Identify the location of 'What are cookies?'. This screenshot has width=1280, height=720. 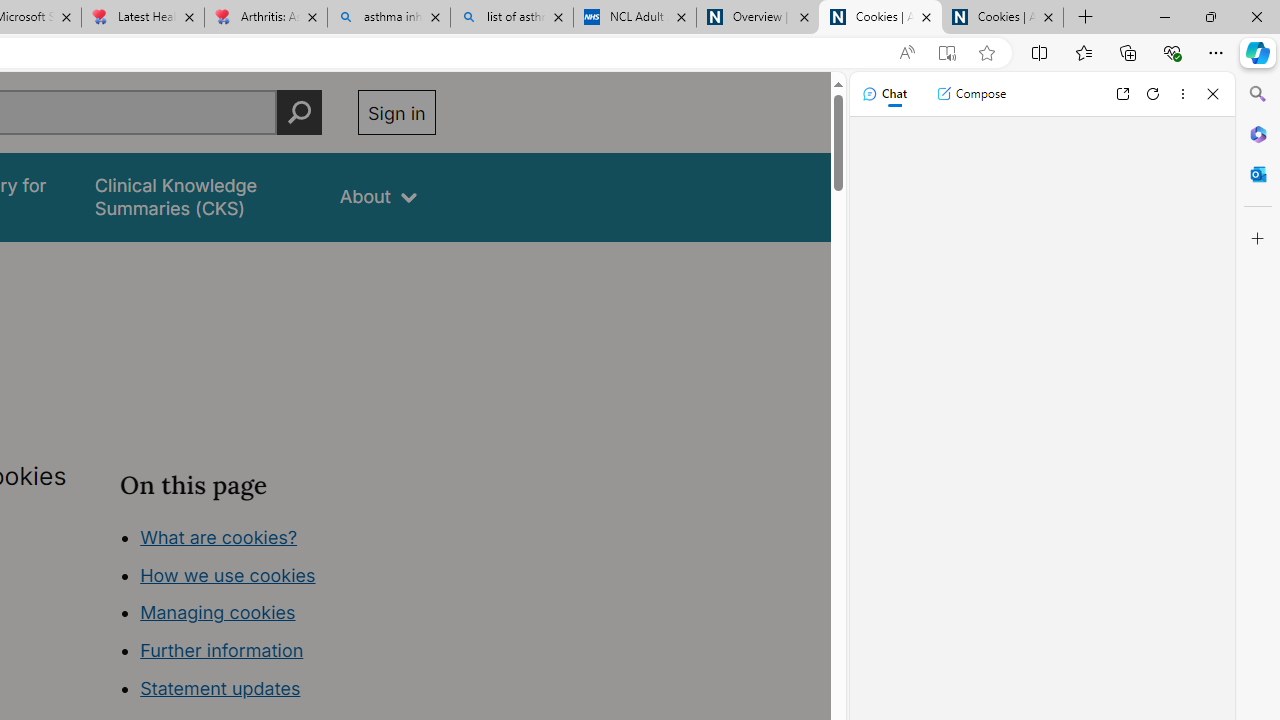
(218, 536).